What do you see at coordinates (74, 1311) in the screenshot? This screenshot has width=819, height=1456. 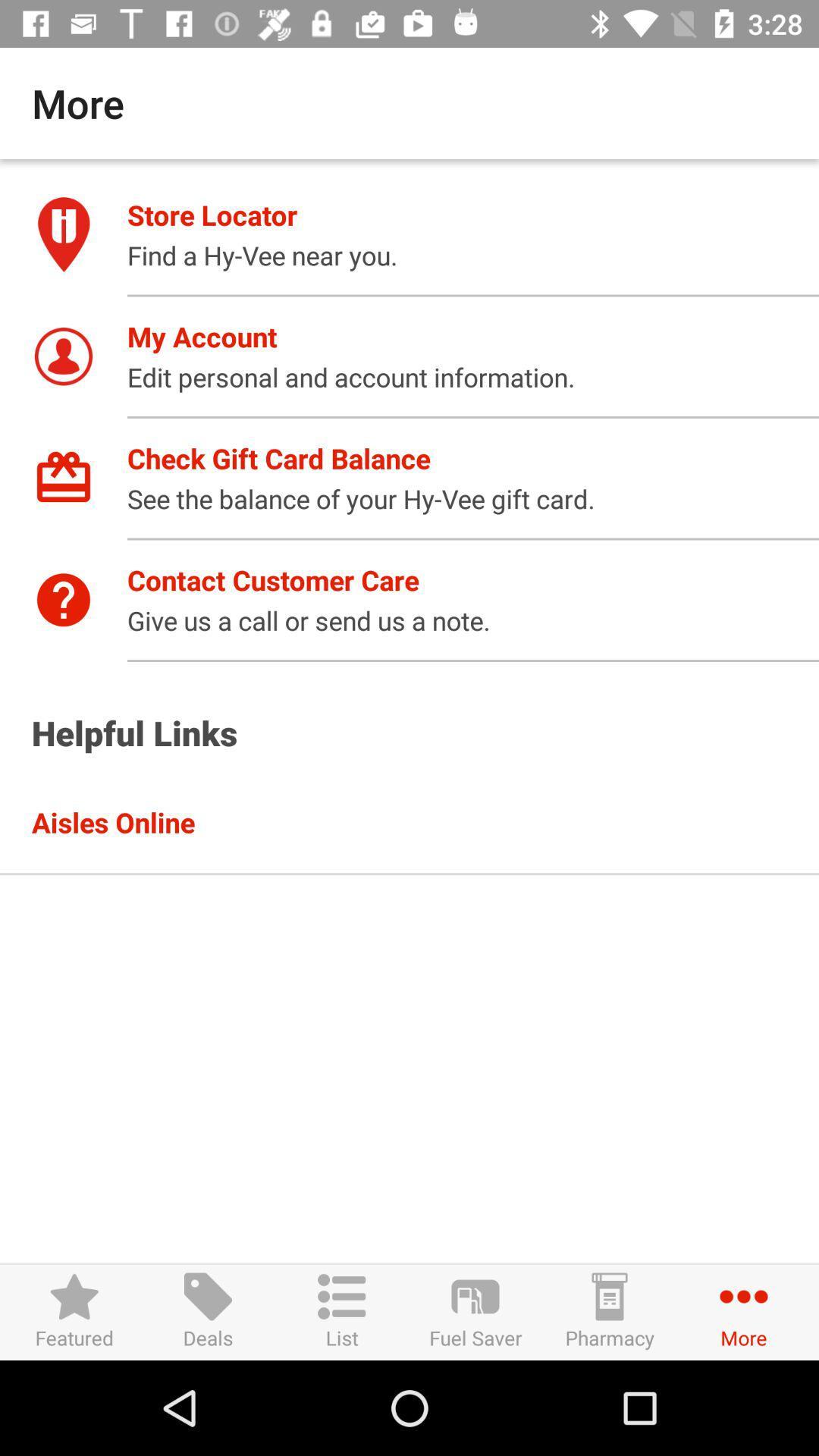 I see `item to the left of deals` at bounding box center [74, 1311].